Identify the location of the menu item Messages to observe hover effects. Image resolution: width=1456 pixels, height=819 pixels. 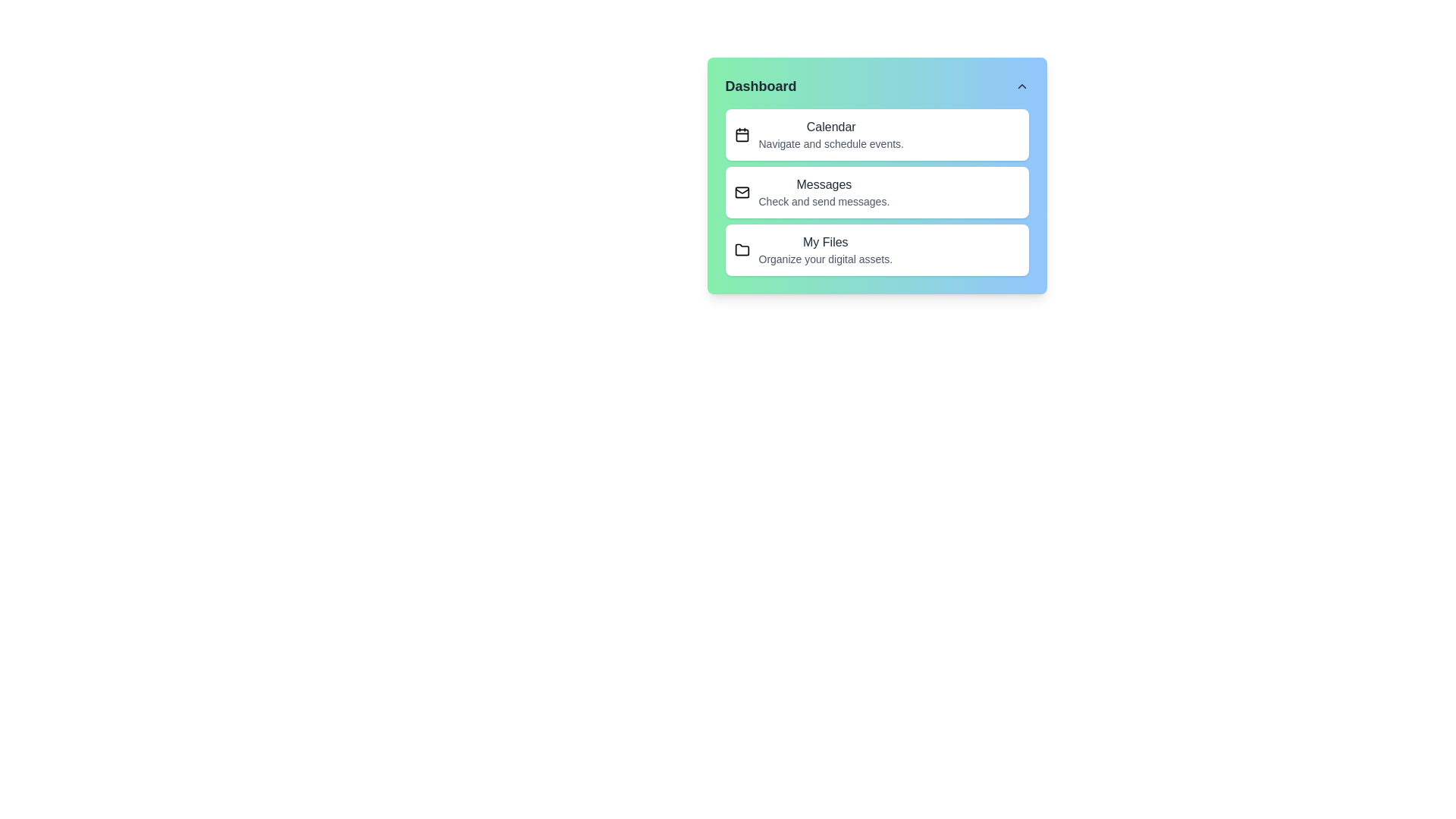
(877, 192).